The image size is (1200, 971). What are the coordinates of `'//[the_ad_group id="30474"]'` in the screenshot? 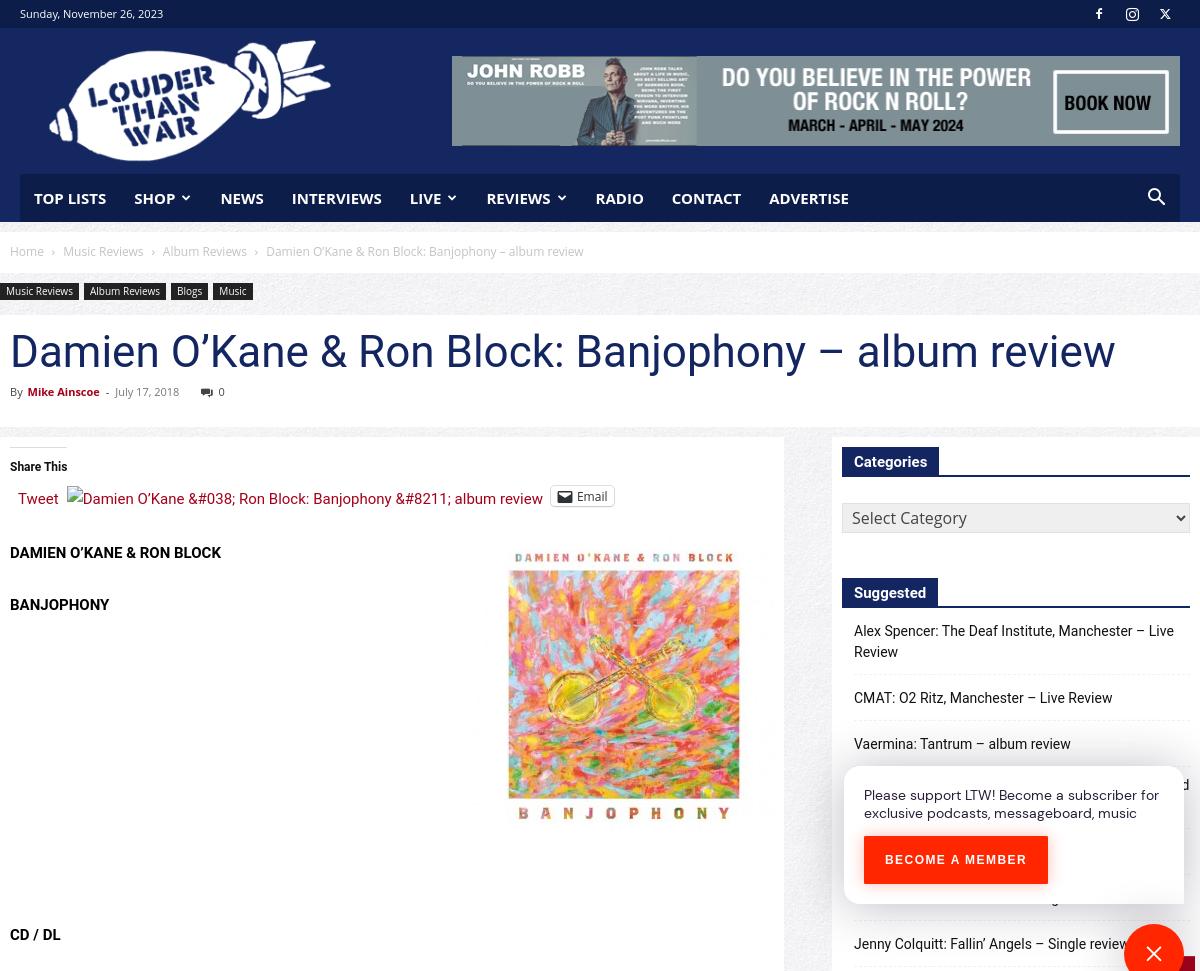 It's located at (814, 65).